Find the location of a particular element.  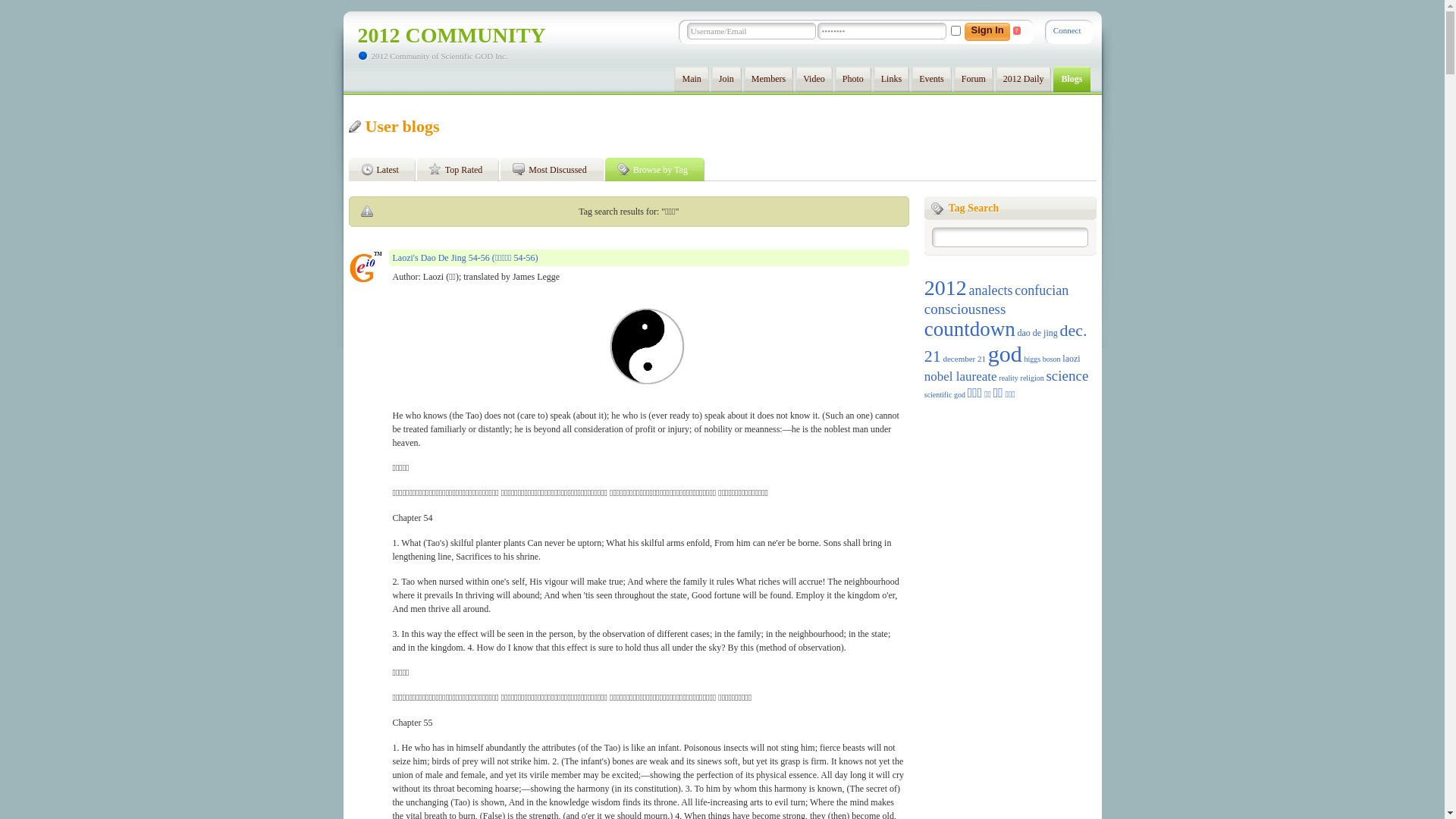

'Latest' is located at coordinates (385, 169).